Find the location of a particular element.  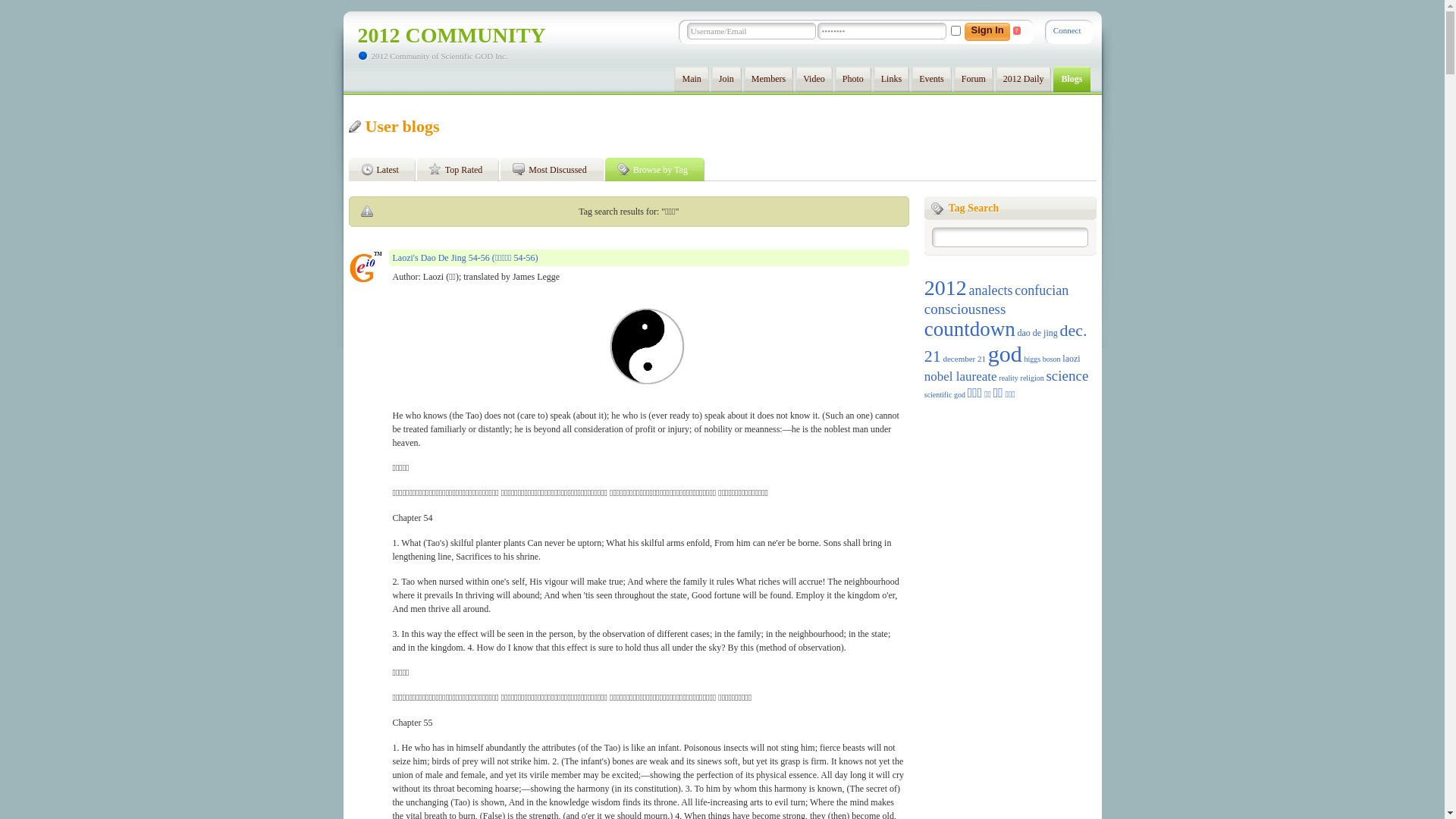

'Latest' is located at coordinates (385, 169).